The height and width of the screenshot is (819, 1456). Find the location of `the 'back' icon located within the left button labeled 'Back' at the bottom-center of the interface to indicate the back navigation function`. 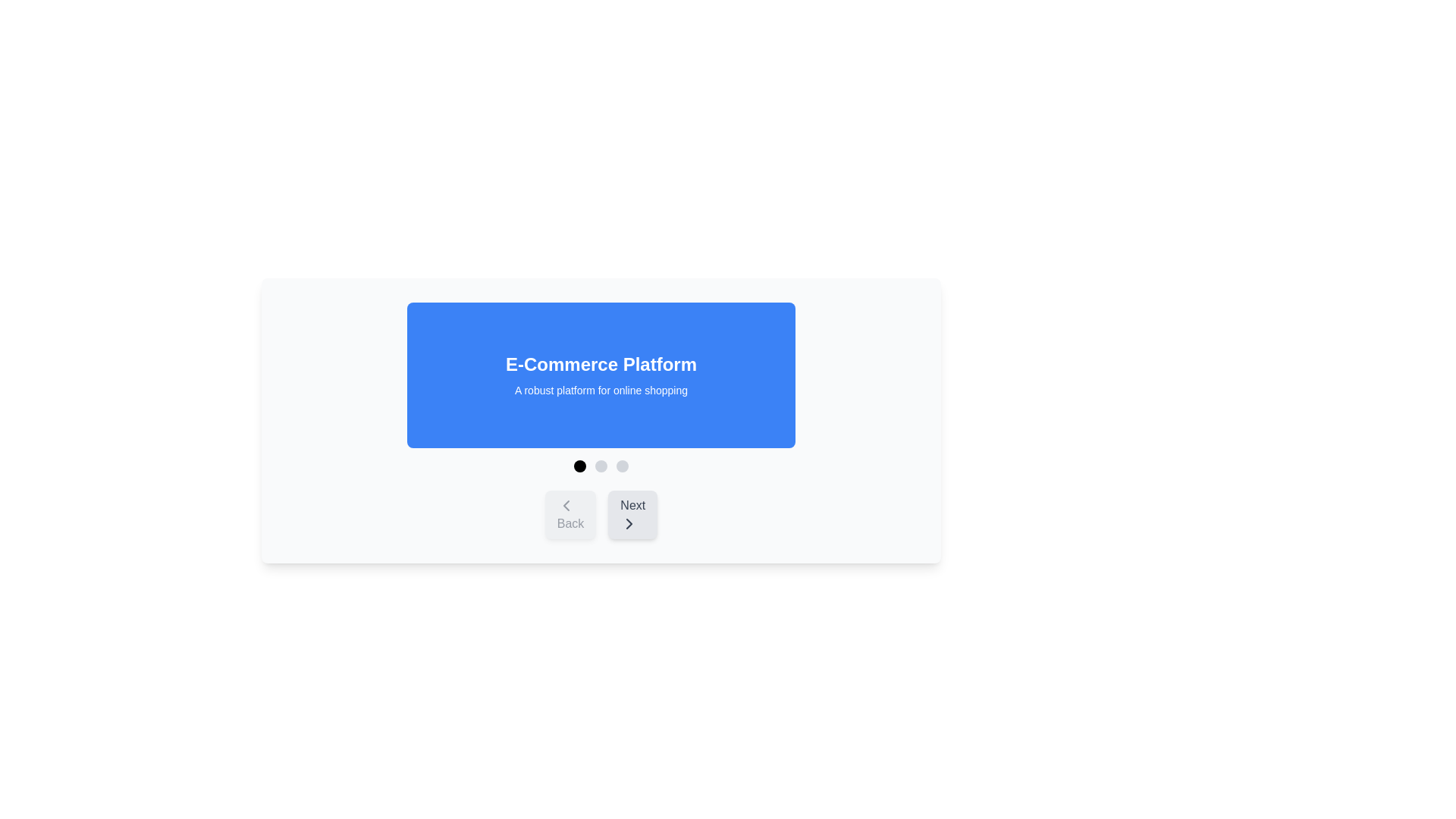

the 'back' icon located within the left button labeled 'Back' at the bottom-center of the interface to indicate the back navigation function is located at coordinates (565, 506).